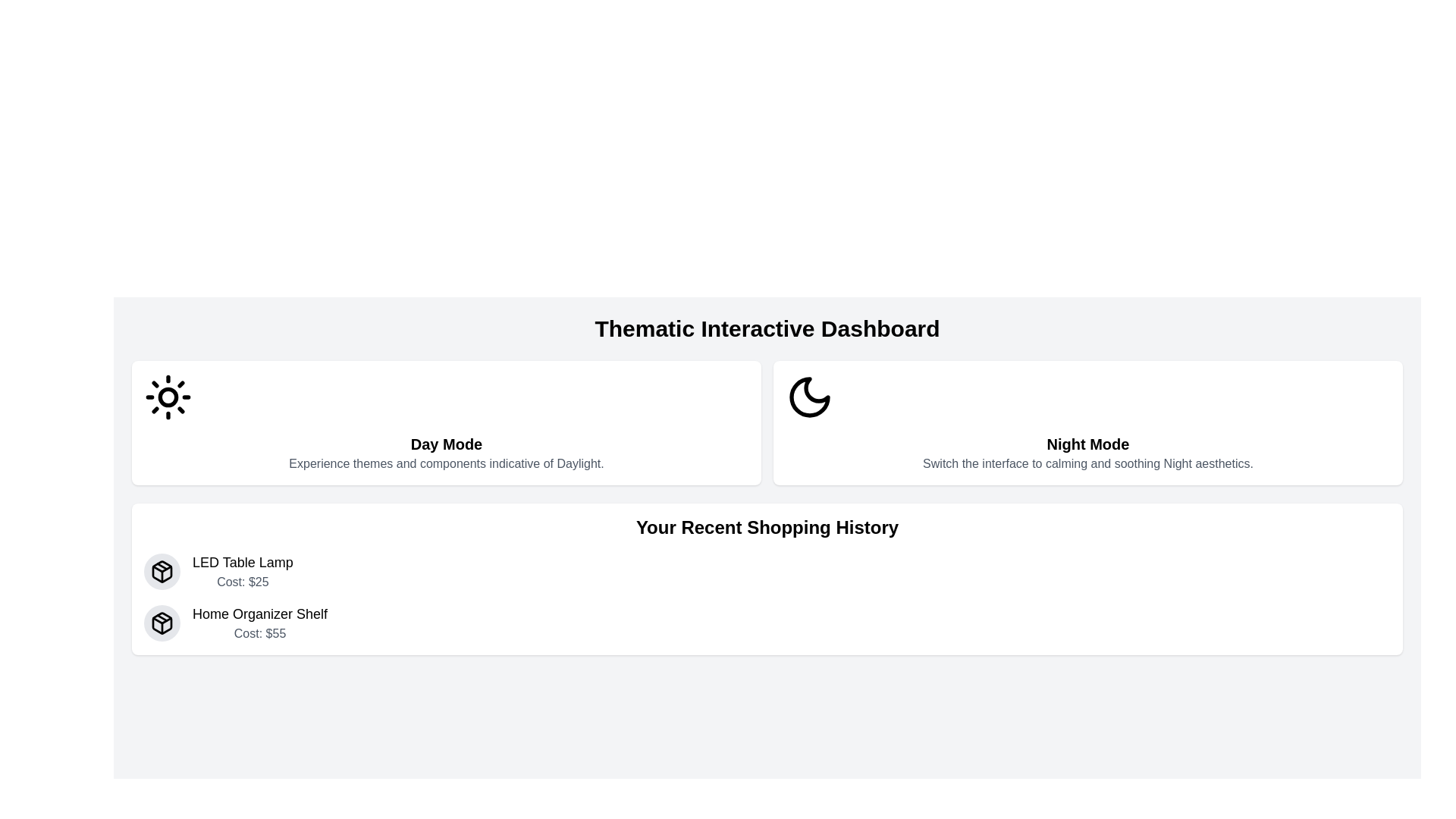 The width and height of the screenshot is (1456, 819). What do you see at coordinates (446, 463) in the screenshot?
I see `the text label that states 'Experience themes and components indicative of Daylight.' located below the 'Day Mode' heading in the left column of the interface` at bounding box center [446, 463].